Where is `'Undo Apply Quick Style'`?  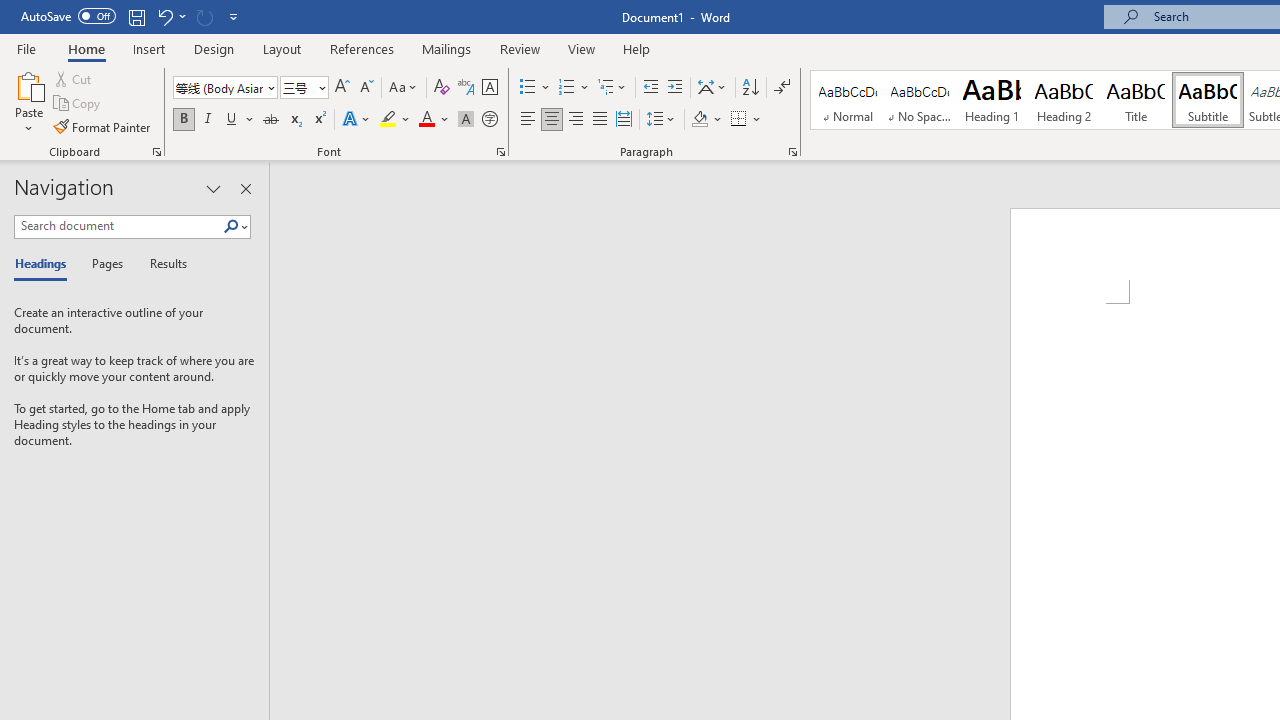
'Undo Apply Quick Style' is located at coordinates (164, 16).